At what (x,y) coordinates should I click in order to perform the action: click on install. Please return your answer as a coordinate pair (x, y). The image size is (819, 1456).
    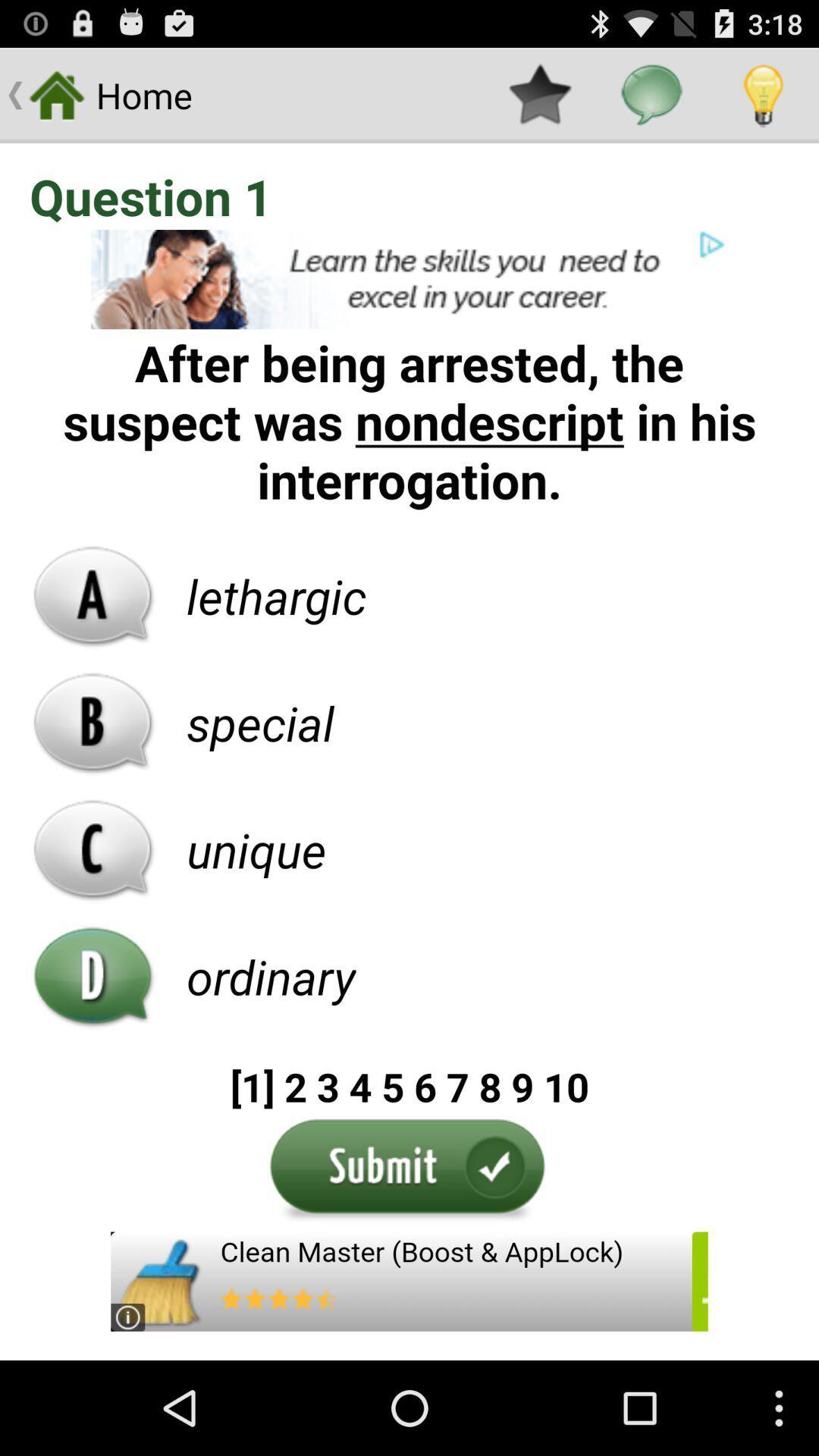
    Looking at the image, I should click on (409, 1281).